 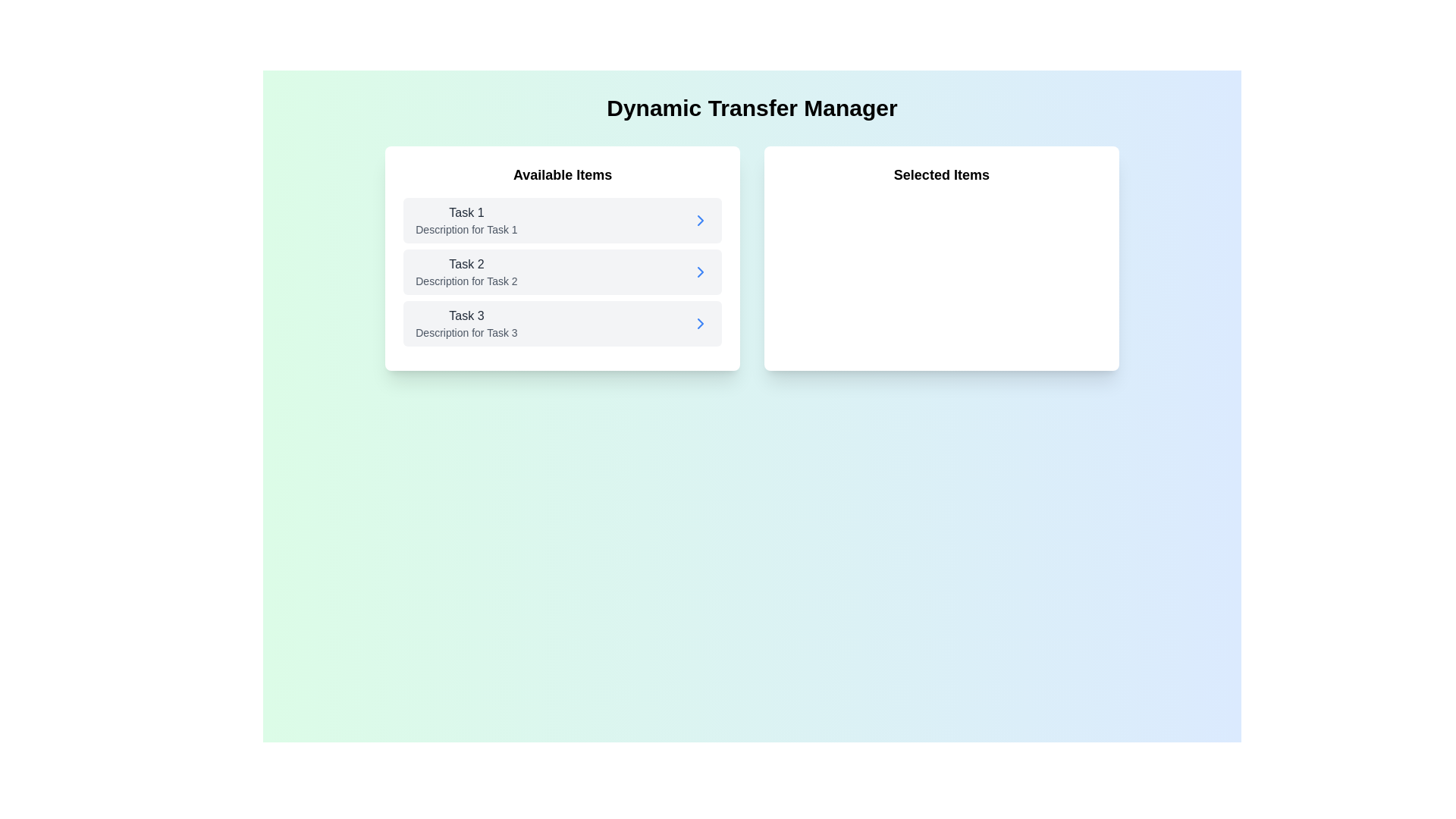 What do you see at coordinates (466, 213) in the screenshot?
I see `the text label reading 'Task 1', which is styled as a title in gray color and is the first item in the 'Available Items' list` at bounding box center [466, 213].